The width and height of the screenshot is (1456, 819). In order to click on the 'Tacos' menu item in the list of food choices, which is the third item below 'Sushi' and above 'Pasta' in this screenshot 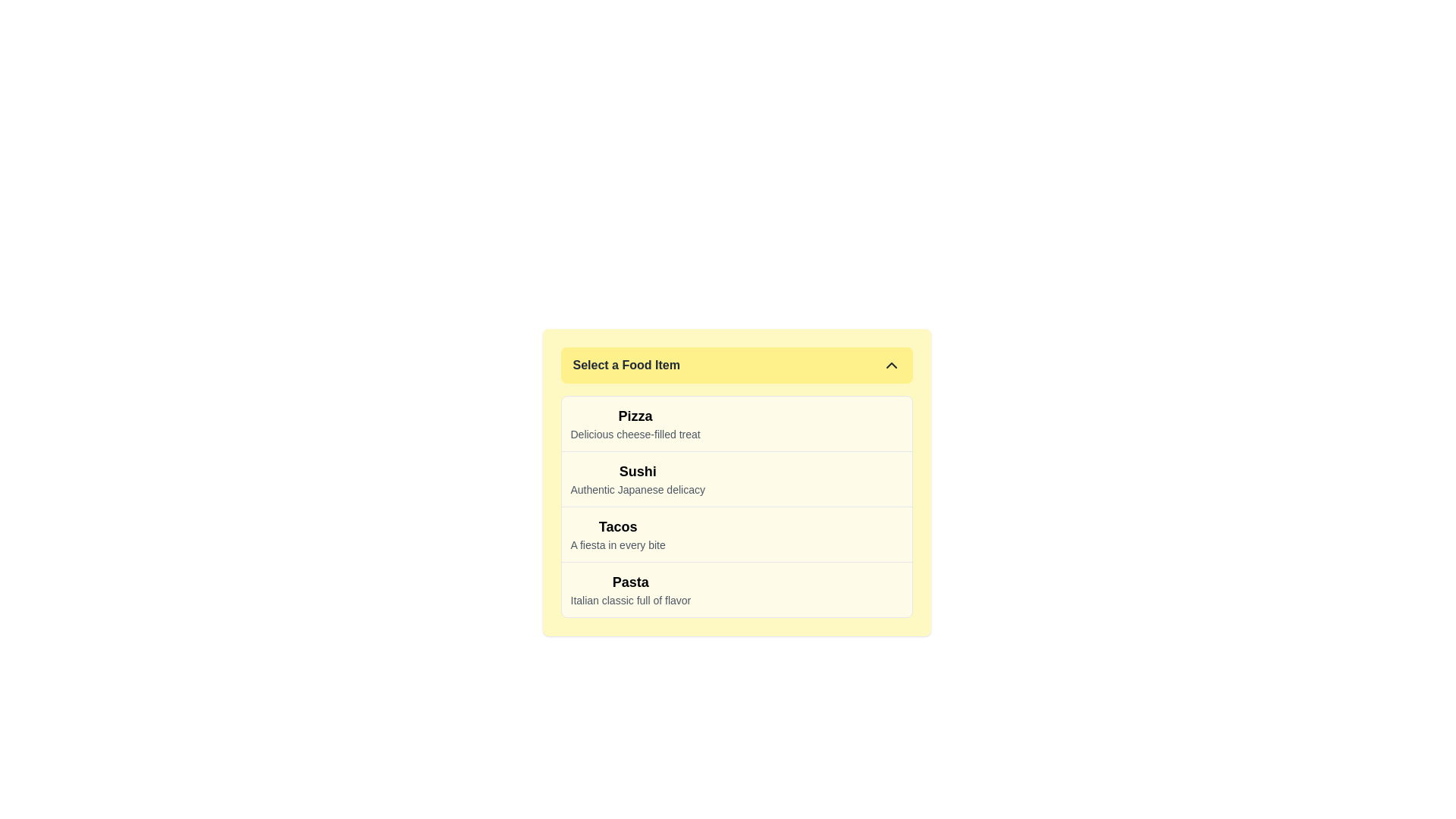, I will do `click(618, 526)`.